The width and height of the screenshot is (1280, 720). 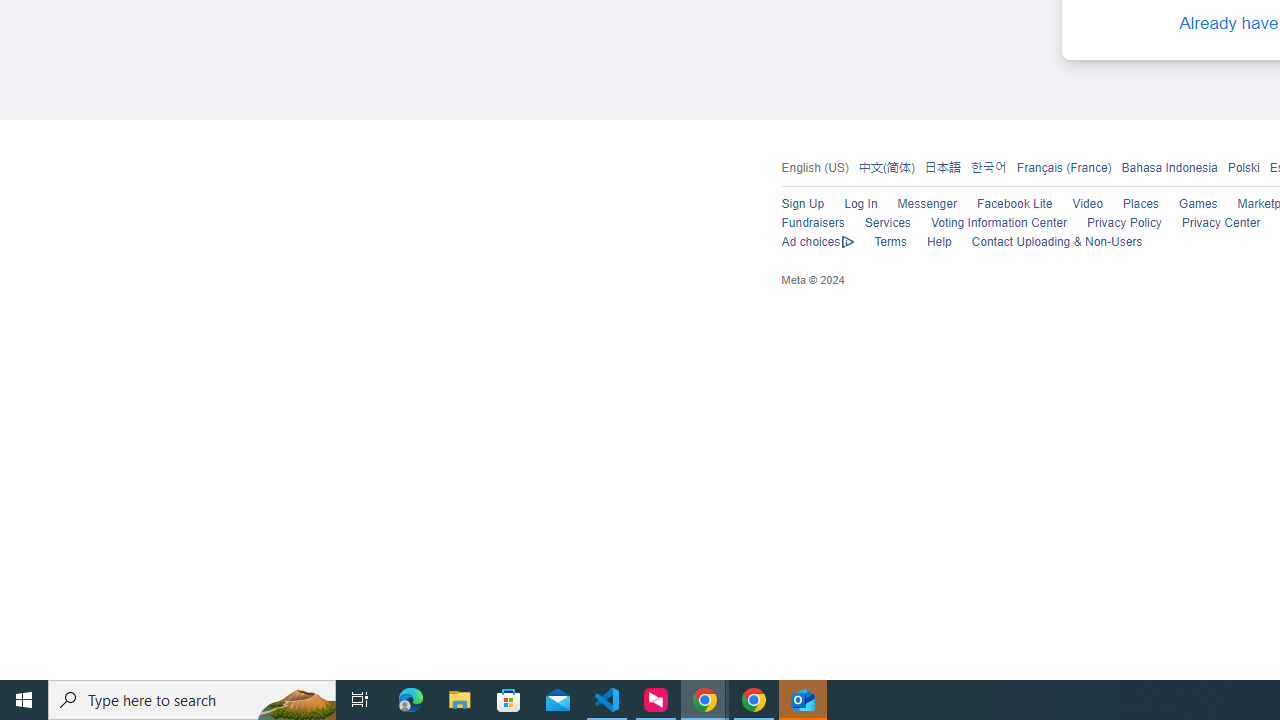 I want to click on 'Privacy Policy', so click(x=1123, y=223).